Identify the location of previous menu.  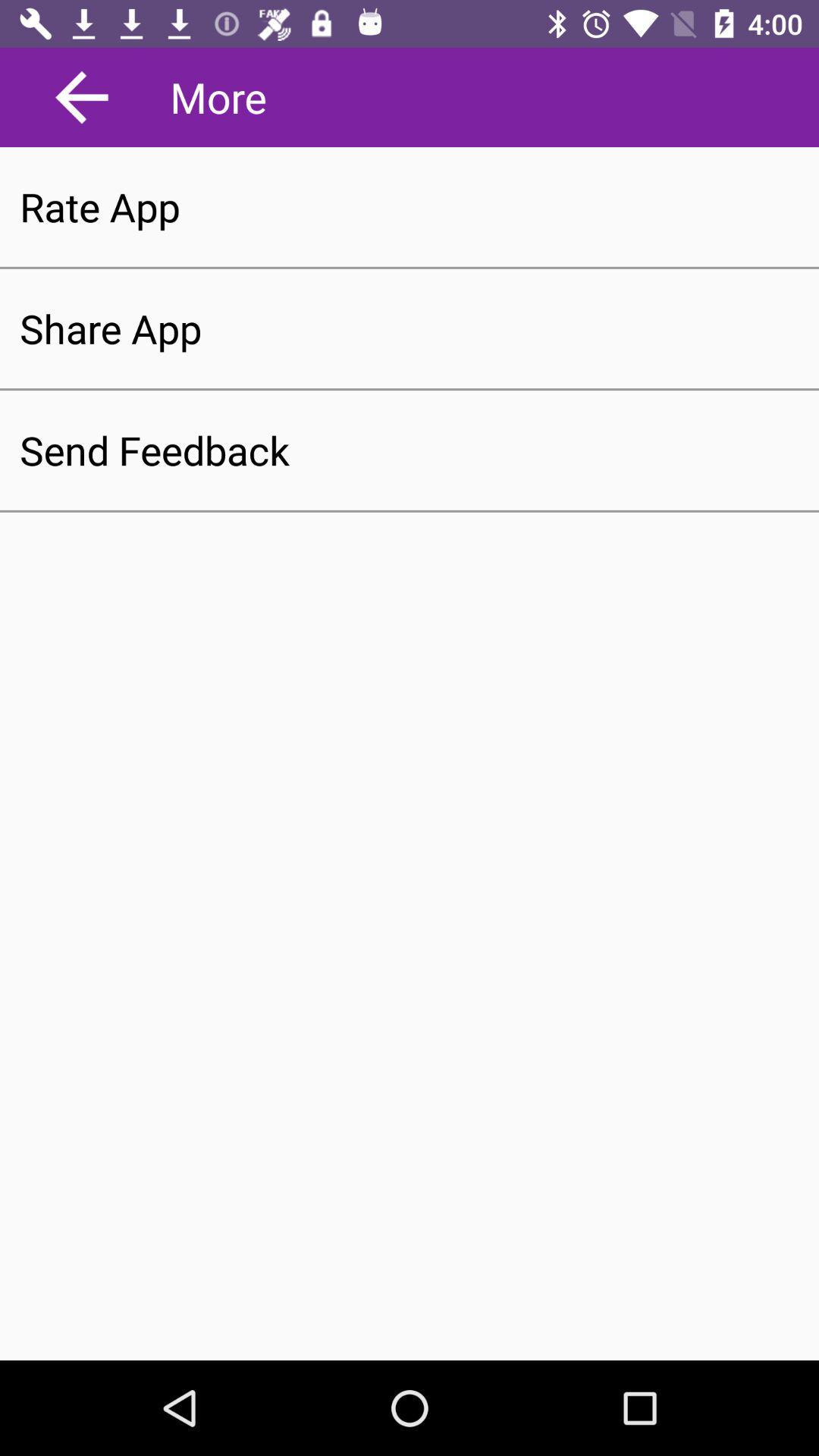
(82, 96).